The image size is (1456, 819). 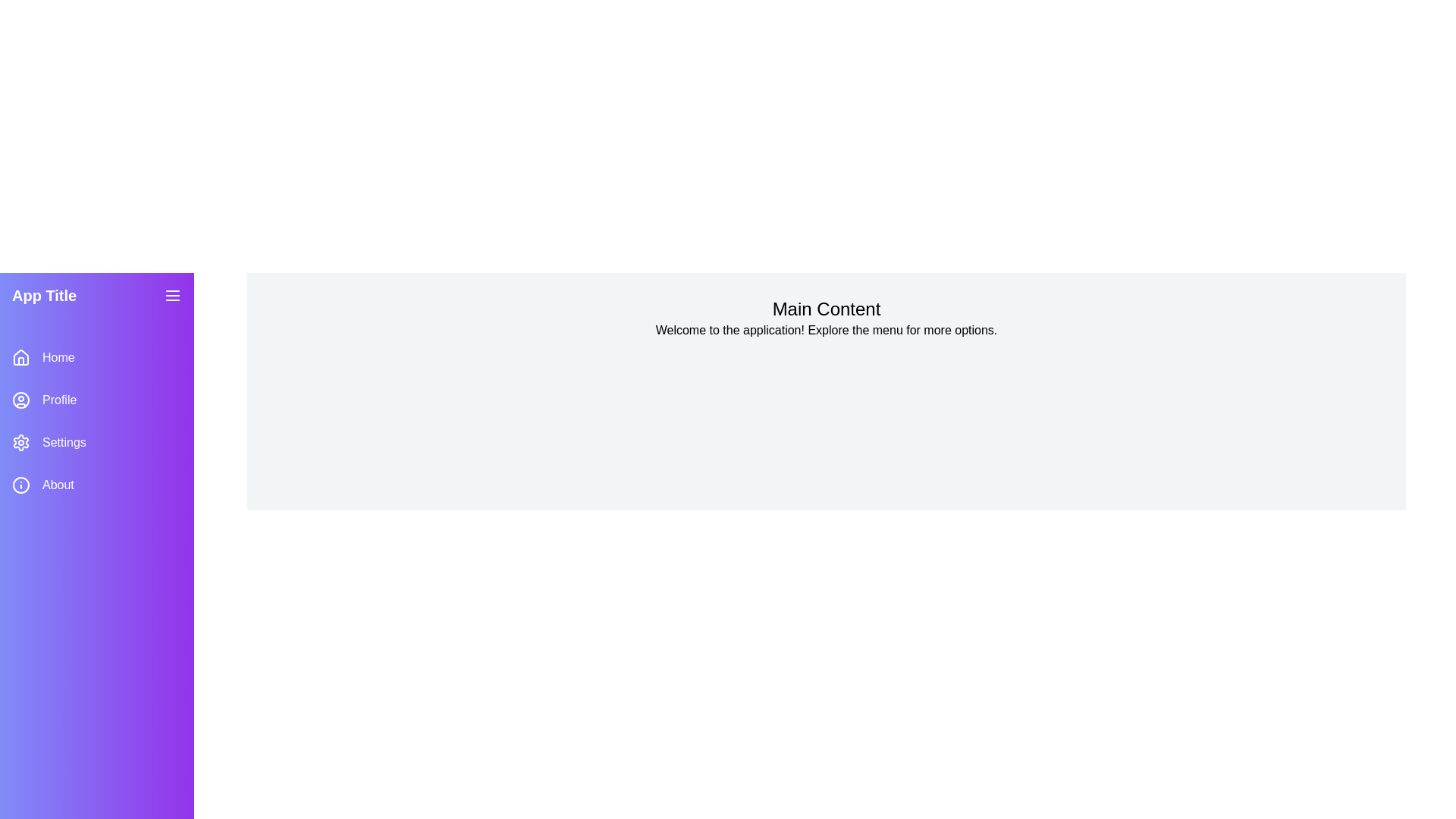 I want to click on the main content text area, so click(x=825, y=329).